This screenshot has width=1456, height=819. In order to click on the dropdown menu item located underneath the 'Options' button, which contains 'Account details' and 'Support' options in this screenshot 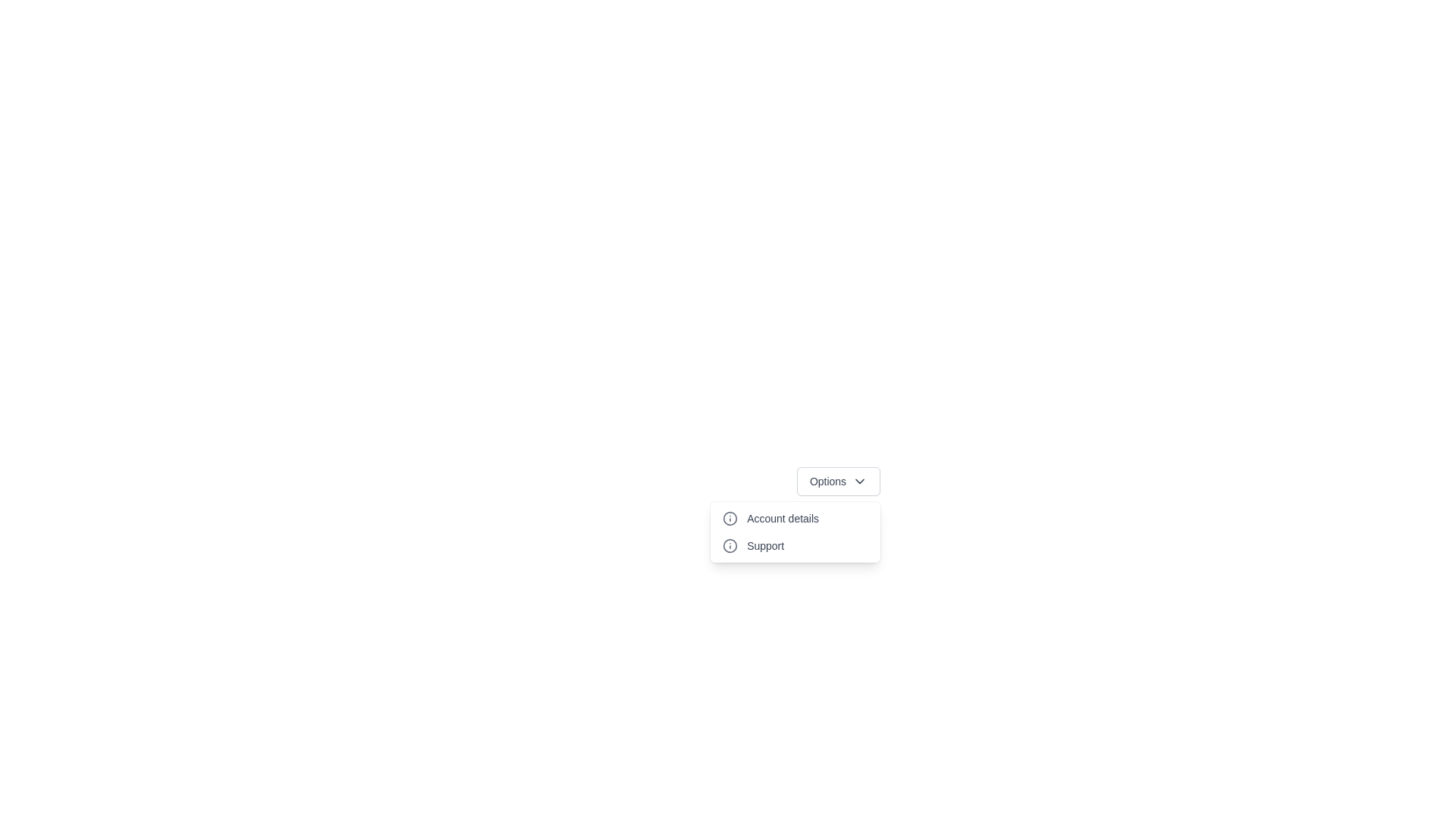, I will do `click(795, 532)`.